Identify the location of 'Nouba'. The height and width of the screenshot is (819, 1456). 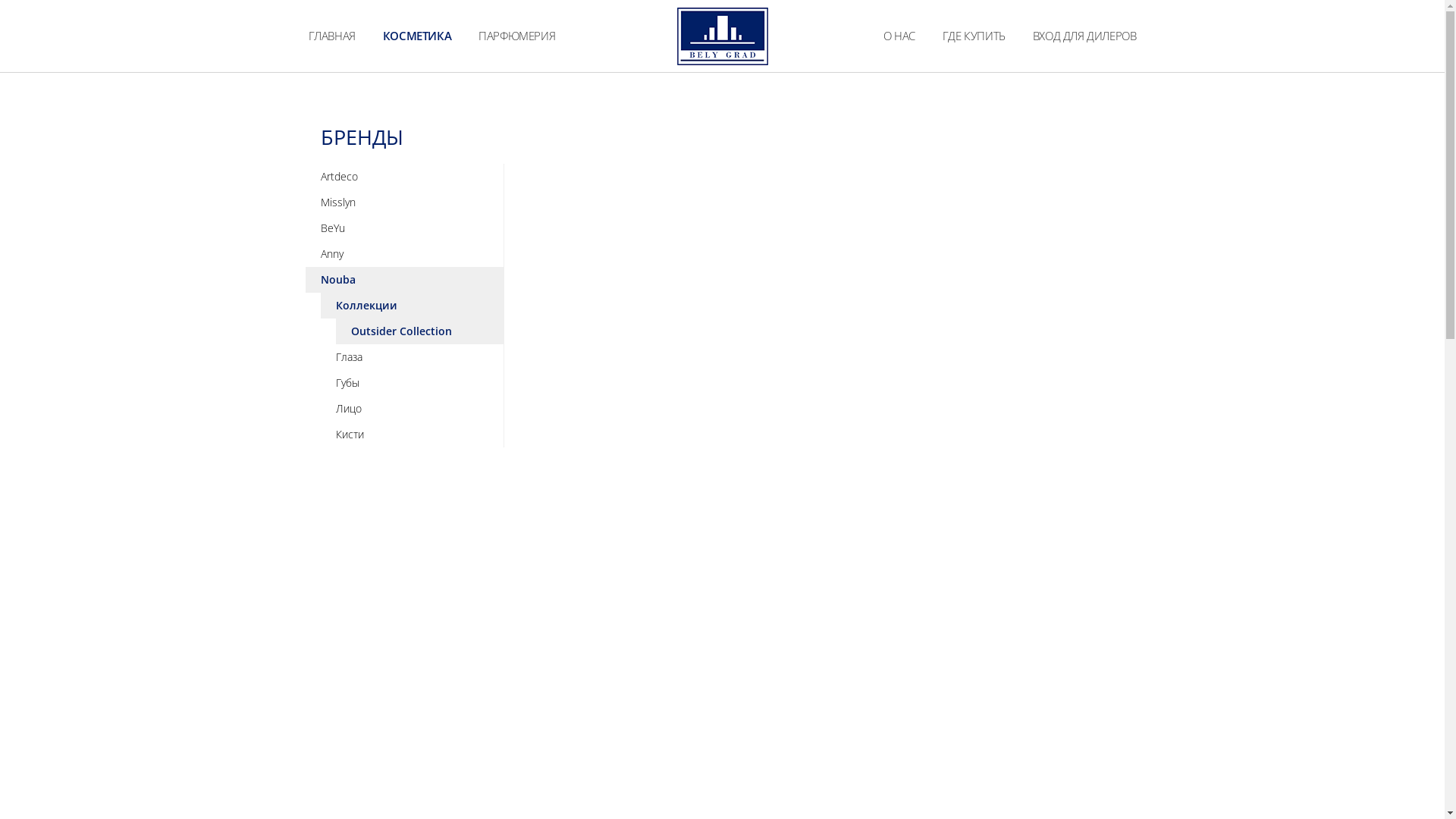
(403, 280).